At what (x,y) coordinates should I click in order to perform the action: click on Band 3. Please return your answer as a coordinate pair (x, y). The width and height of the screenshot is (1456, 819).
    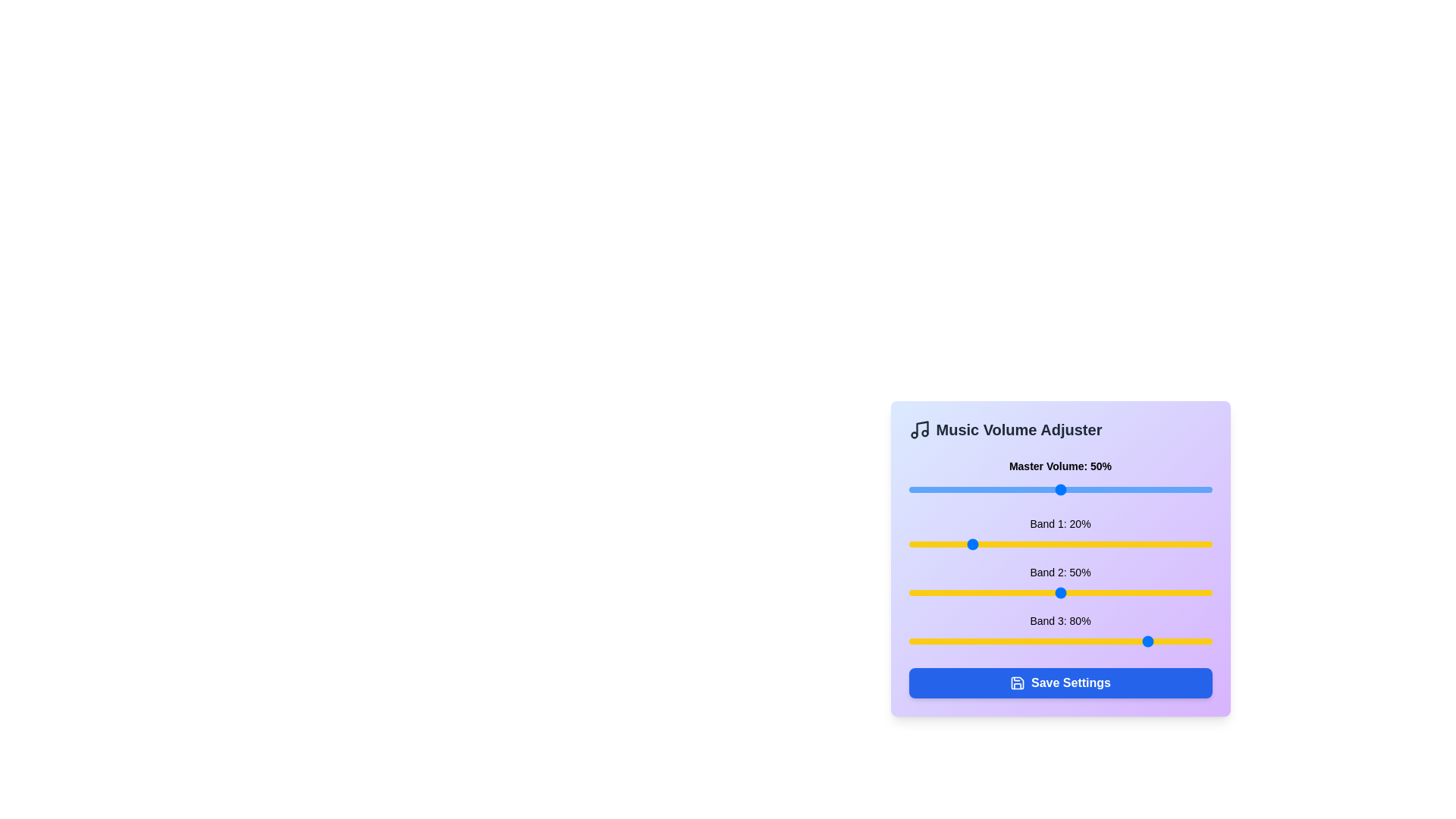
    Looking at the image, I should click on (1021, 641).